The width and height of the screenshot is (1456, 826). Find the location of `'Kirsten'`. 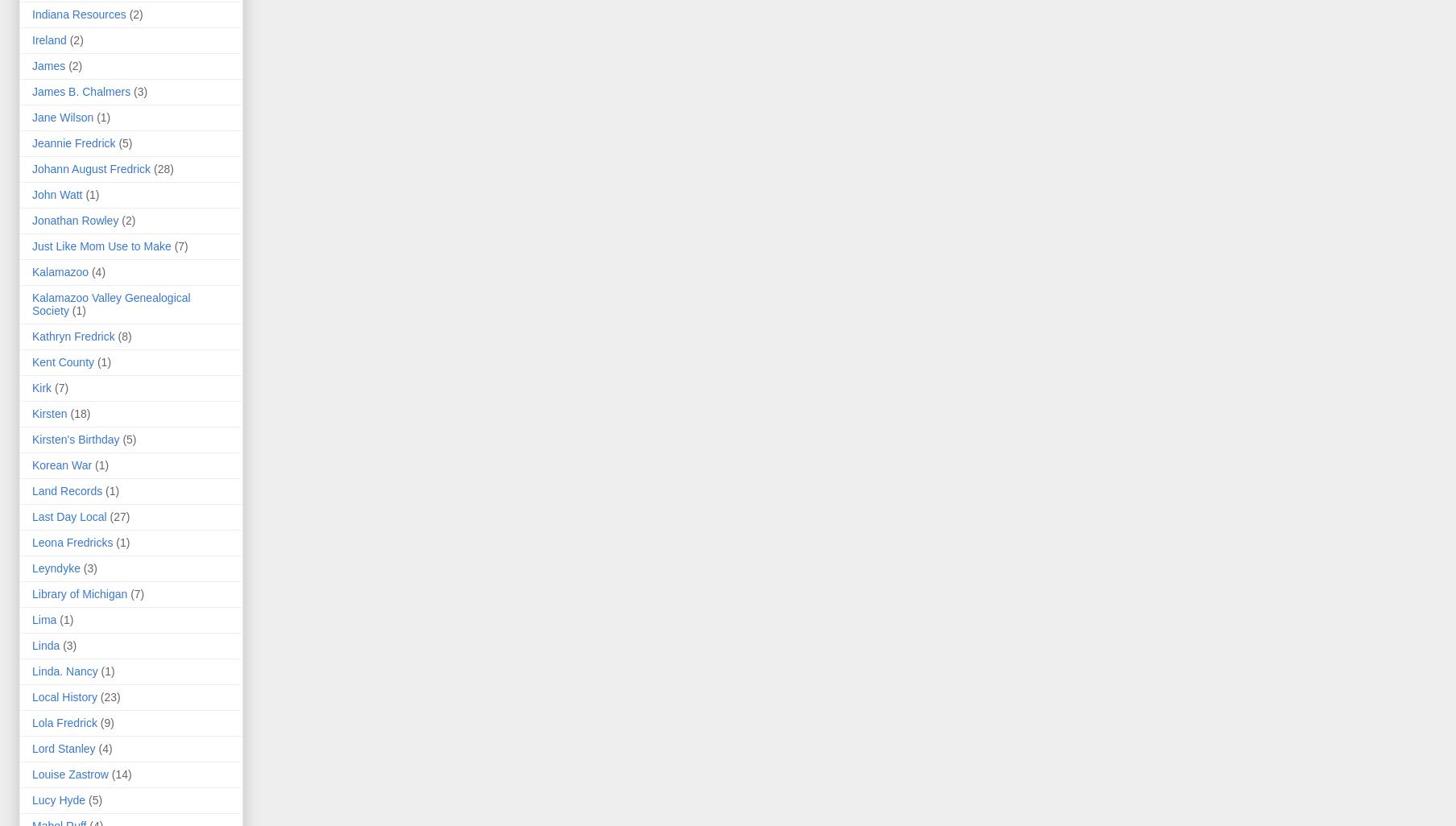

'Kirsten' is located at coordinates (49, 414).